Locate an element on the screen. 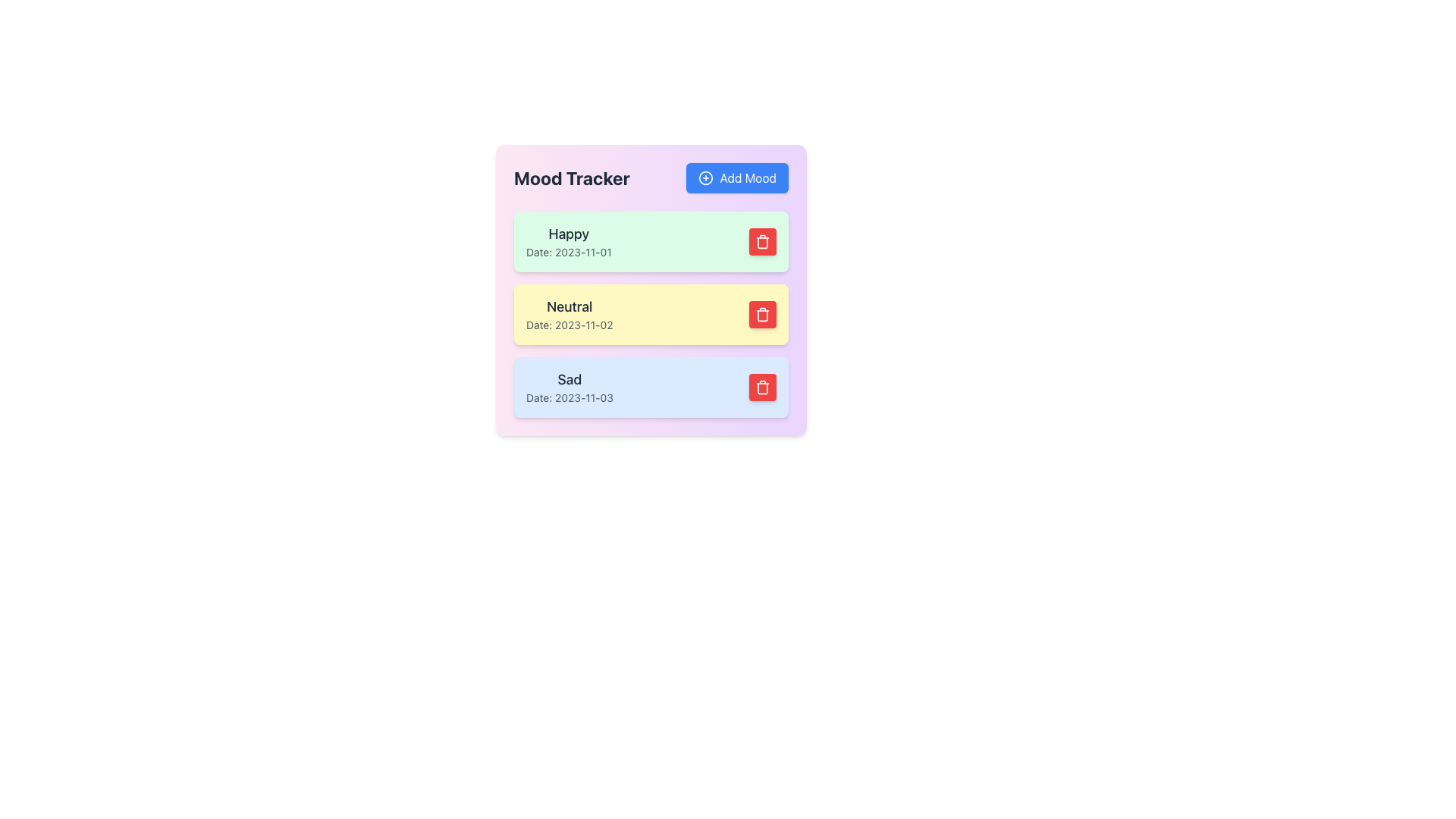 The height and width of the screenshot is (819, 1456). the prominent red square button with a white trashcan icon, located within the 'Neutral' yellow card on the right side is located at coordinates (763, 314).